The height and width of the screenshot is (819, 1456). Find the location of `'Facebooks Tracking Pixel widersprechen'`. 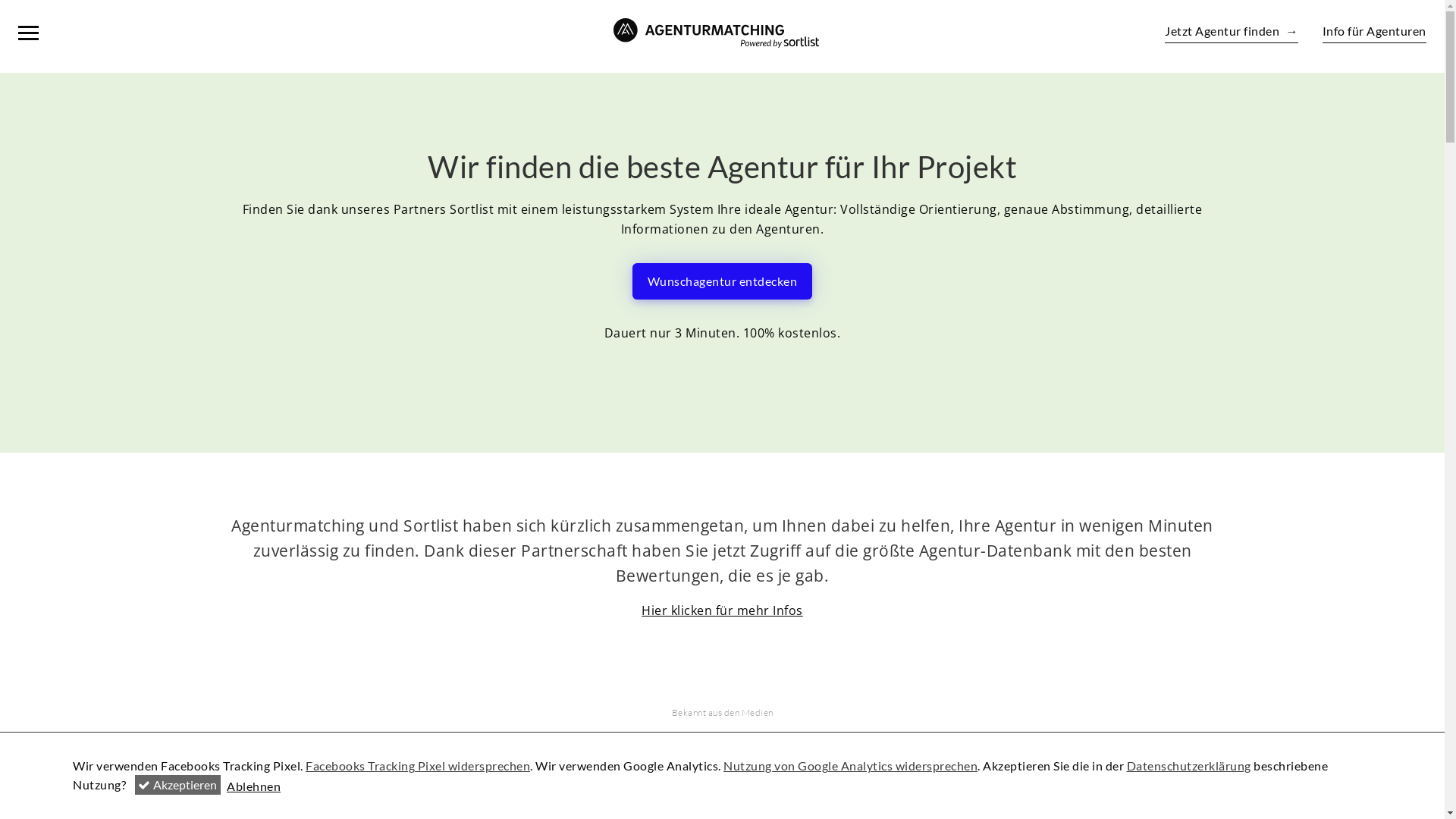

'Facebooks Tracking Pixel widersprechen' is located at coordinates (418, 765).